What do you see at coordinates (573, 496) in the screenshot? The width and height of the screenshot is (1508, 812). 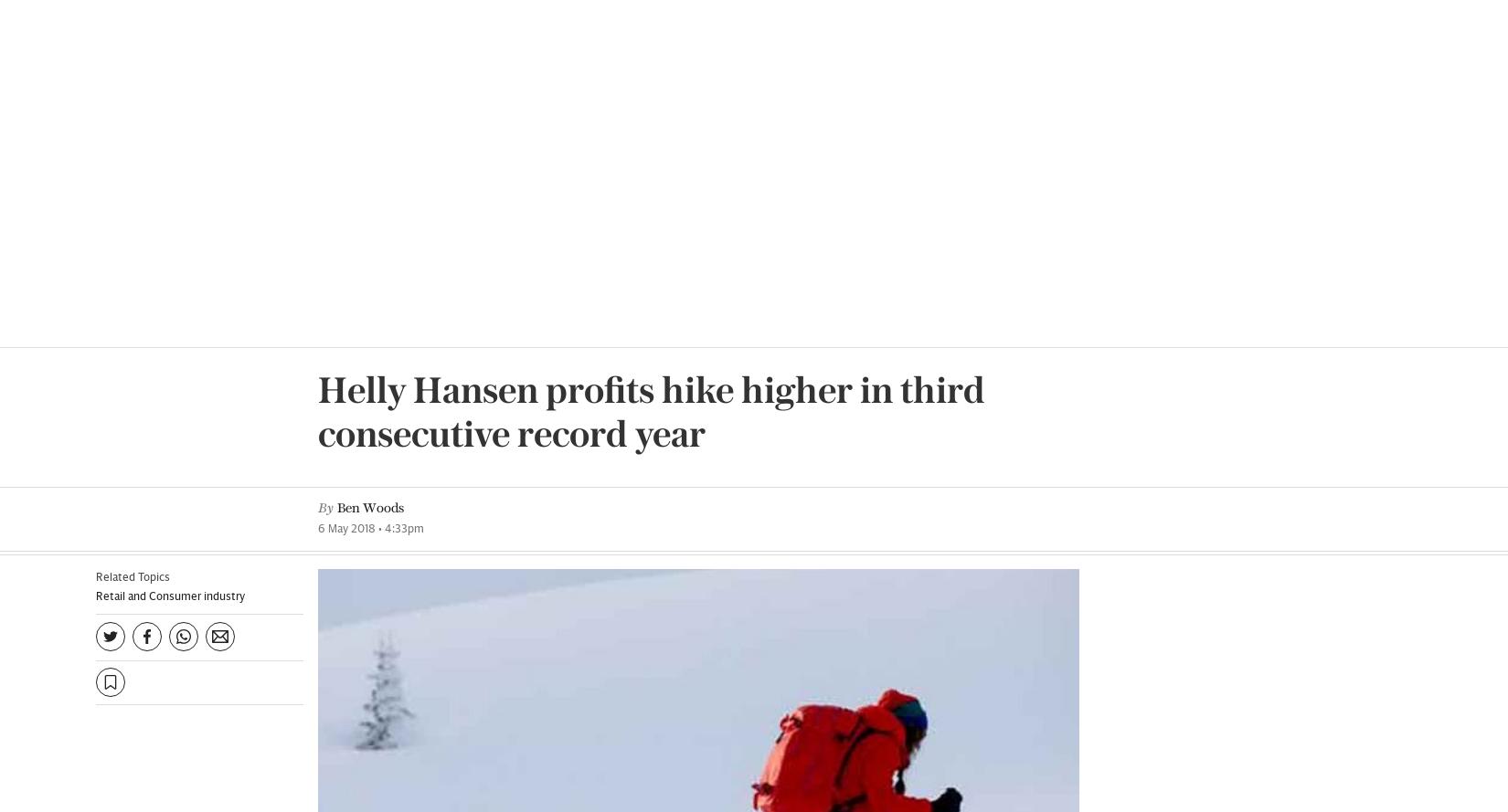 I see `'The Olso-based owner of UK shooting, sailing and skiing brand Musto said profits jumped by a quarter'` at bounding box center [573, 496].